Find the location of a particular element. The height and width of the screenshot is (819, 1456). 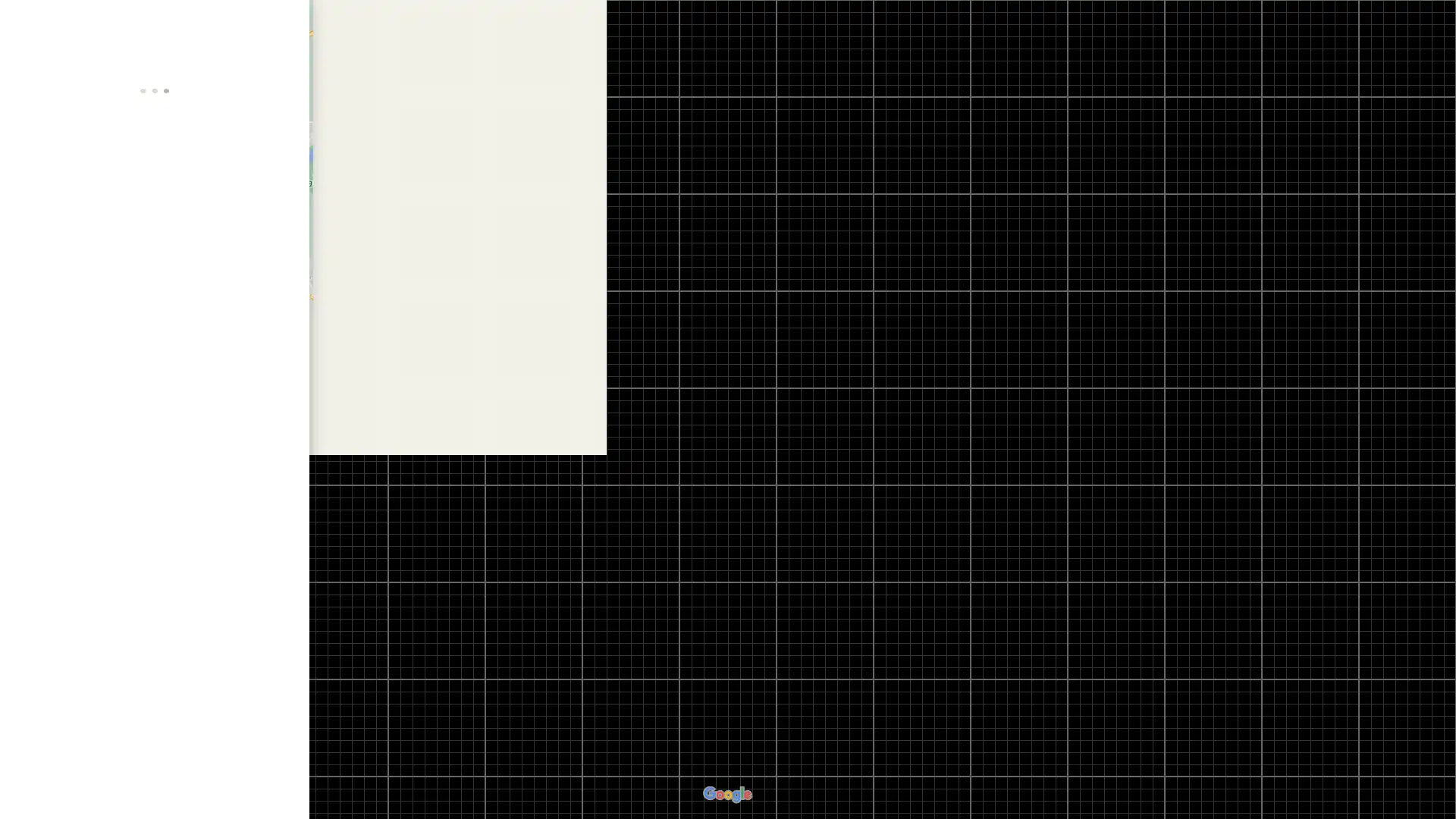

All is located at coordinates (61, 742).